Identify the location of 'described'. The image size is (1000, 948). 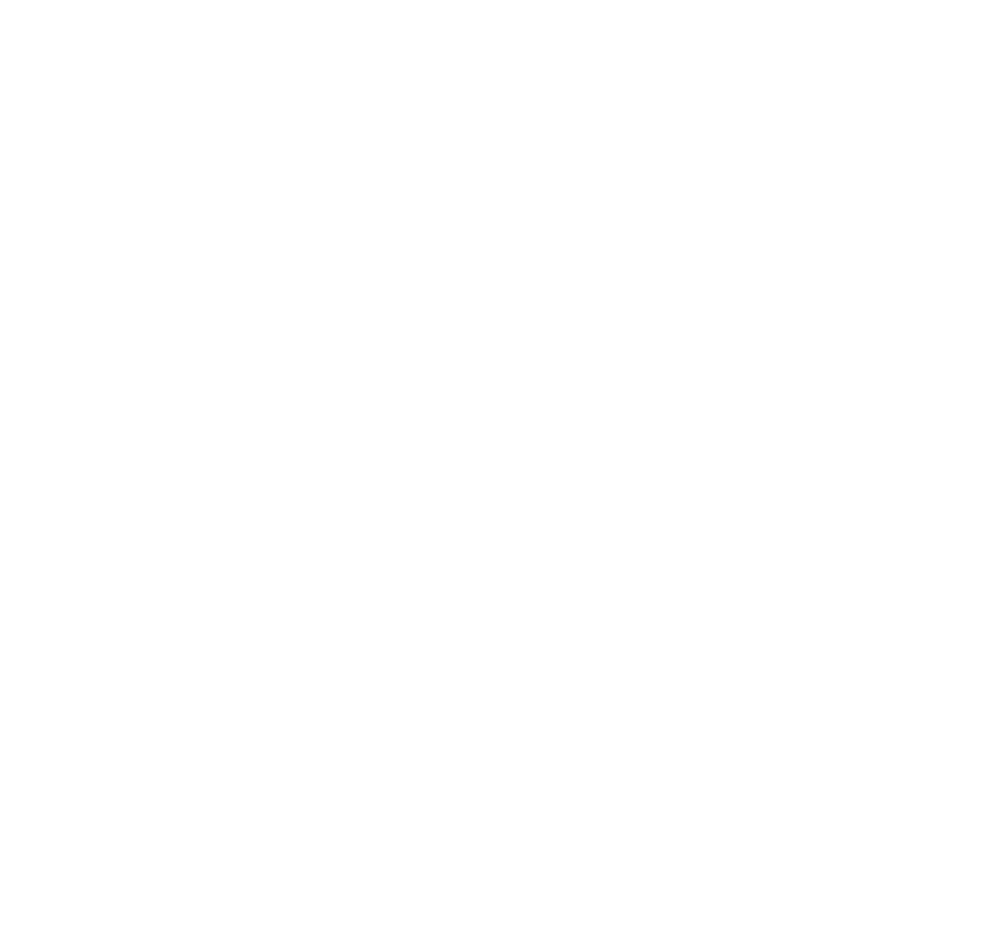
(555, 495).